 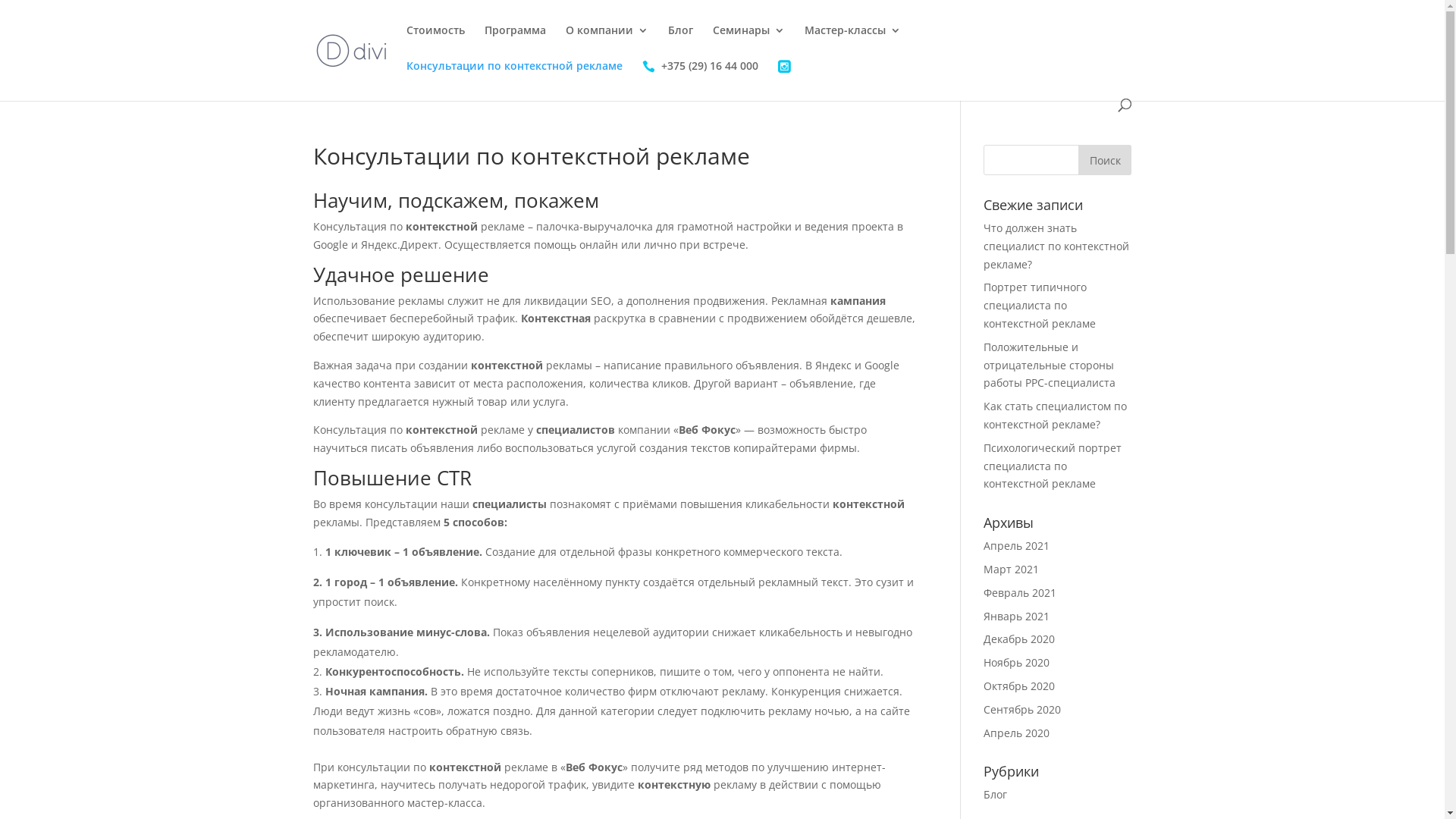 What do you see at coordinates (698, 79) in the screenshot?
I see `'+375 (29) 16 44 000'` at bounding box center [698, 79].